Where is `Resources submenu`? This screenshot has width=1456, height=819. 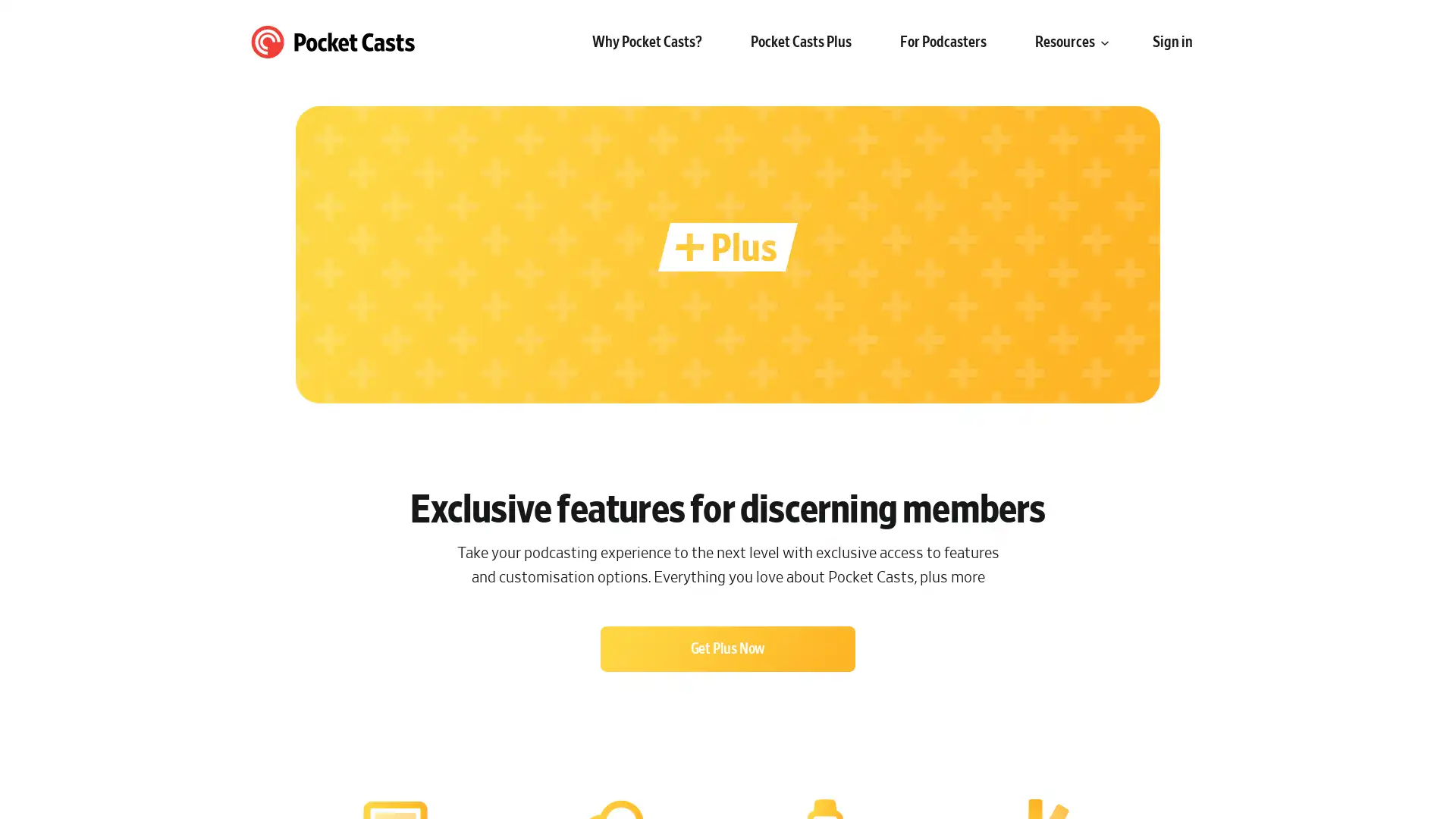 Resources submenu is located at coordinates (1064, 40).